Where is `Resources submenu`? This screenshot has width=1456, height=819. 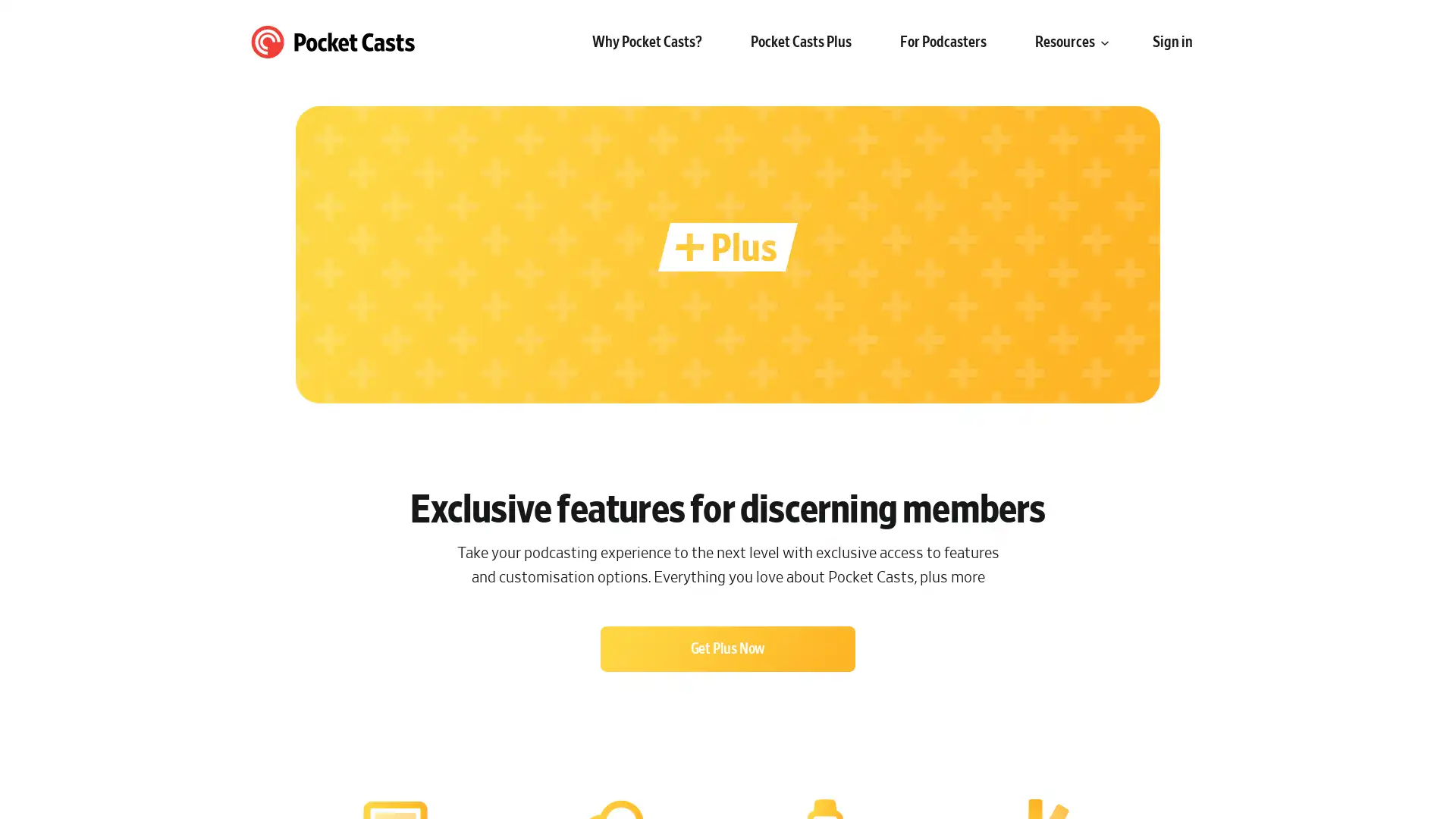 Resources submenu is located at coordinates (1064, 40).